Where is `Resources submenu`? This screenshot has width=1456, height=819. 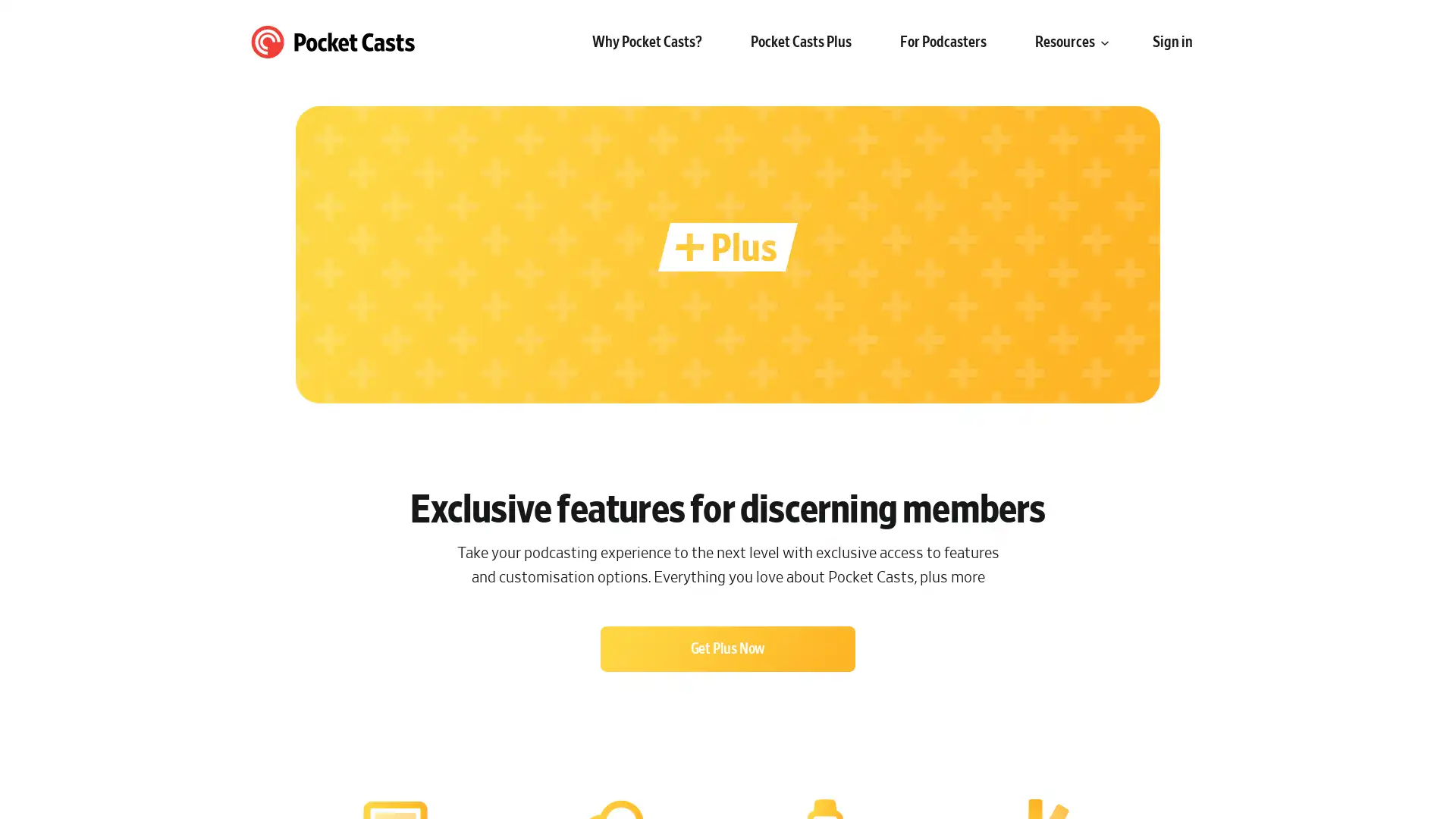 Resources submenu is located at coordinates (1064, 40).